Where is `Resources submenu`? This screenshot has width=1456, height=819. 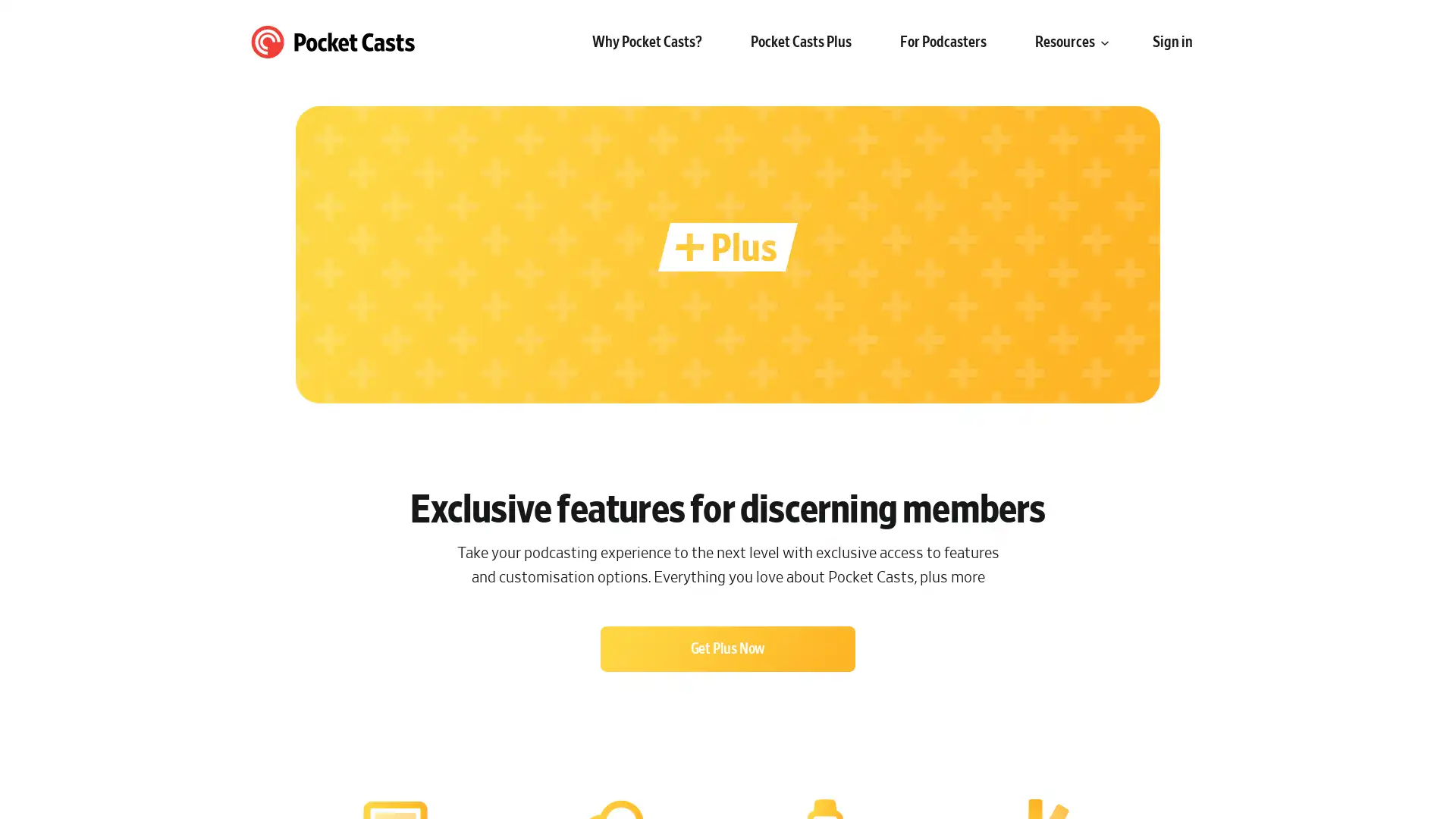 Resources submenu is located at coordinates (1064, 40).